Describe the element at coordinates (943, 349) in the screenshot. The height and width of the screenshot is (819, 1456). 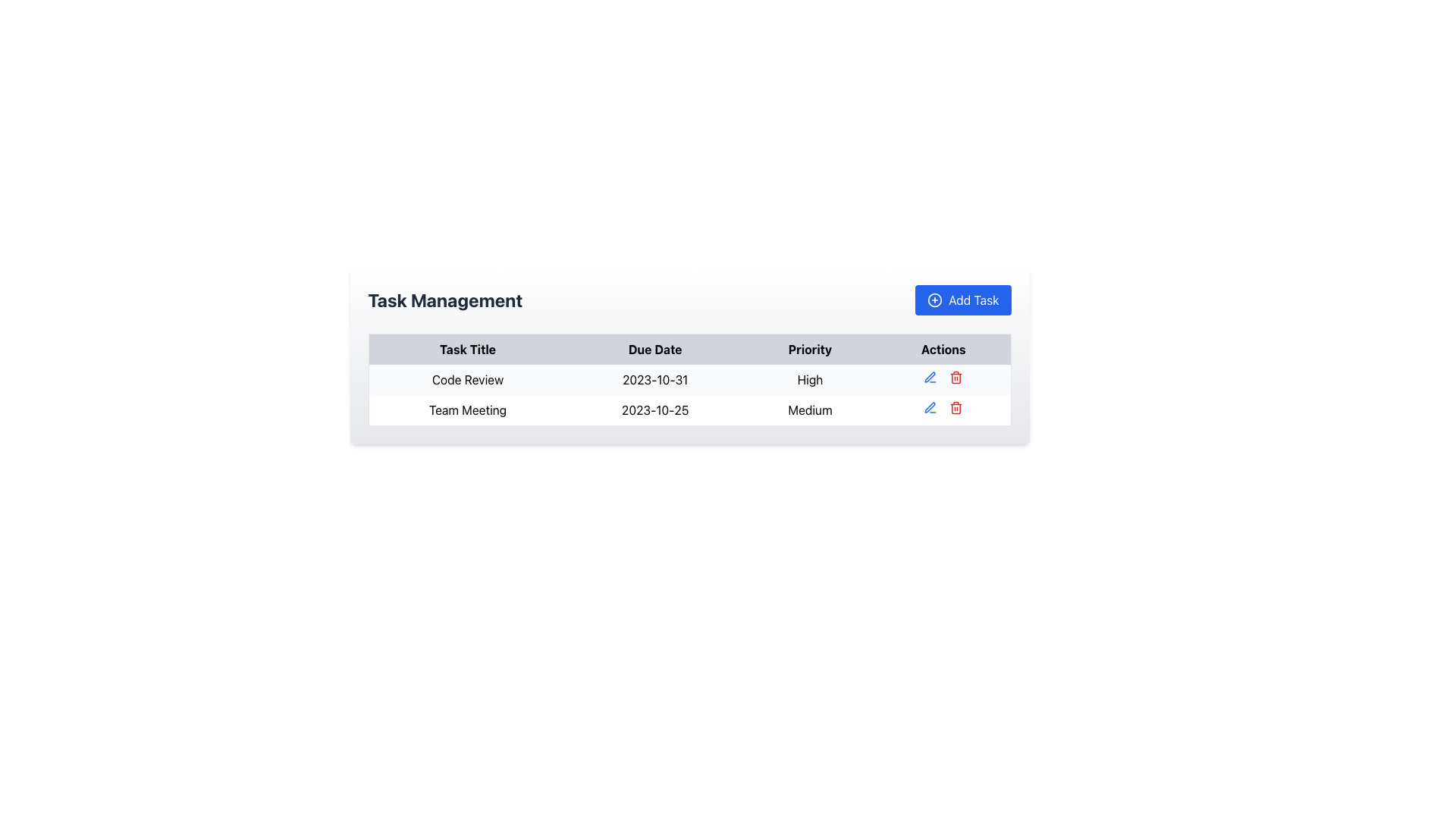
I see `the text label 'Actions' which is the fourth column header in the table, styled with a gray background and bold black text, positioned on the top row` at that location.